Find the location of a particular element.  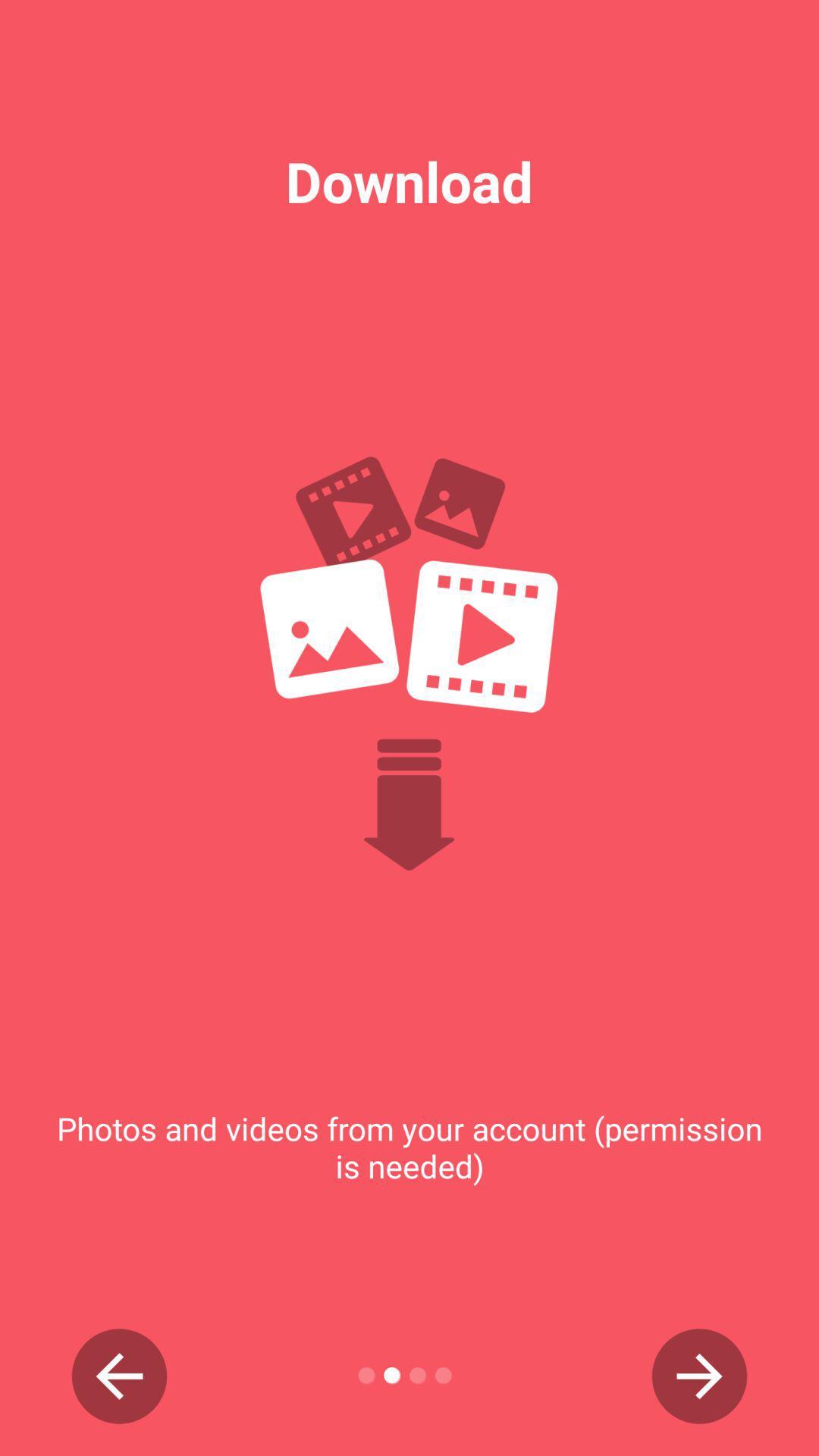

the arrow_backward icon is located at coordinates (118, 1376).